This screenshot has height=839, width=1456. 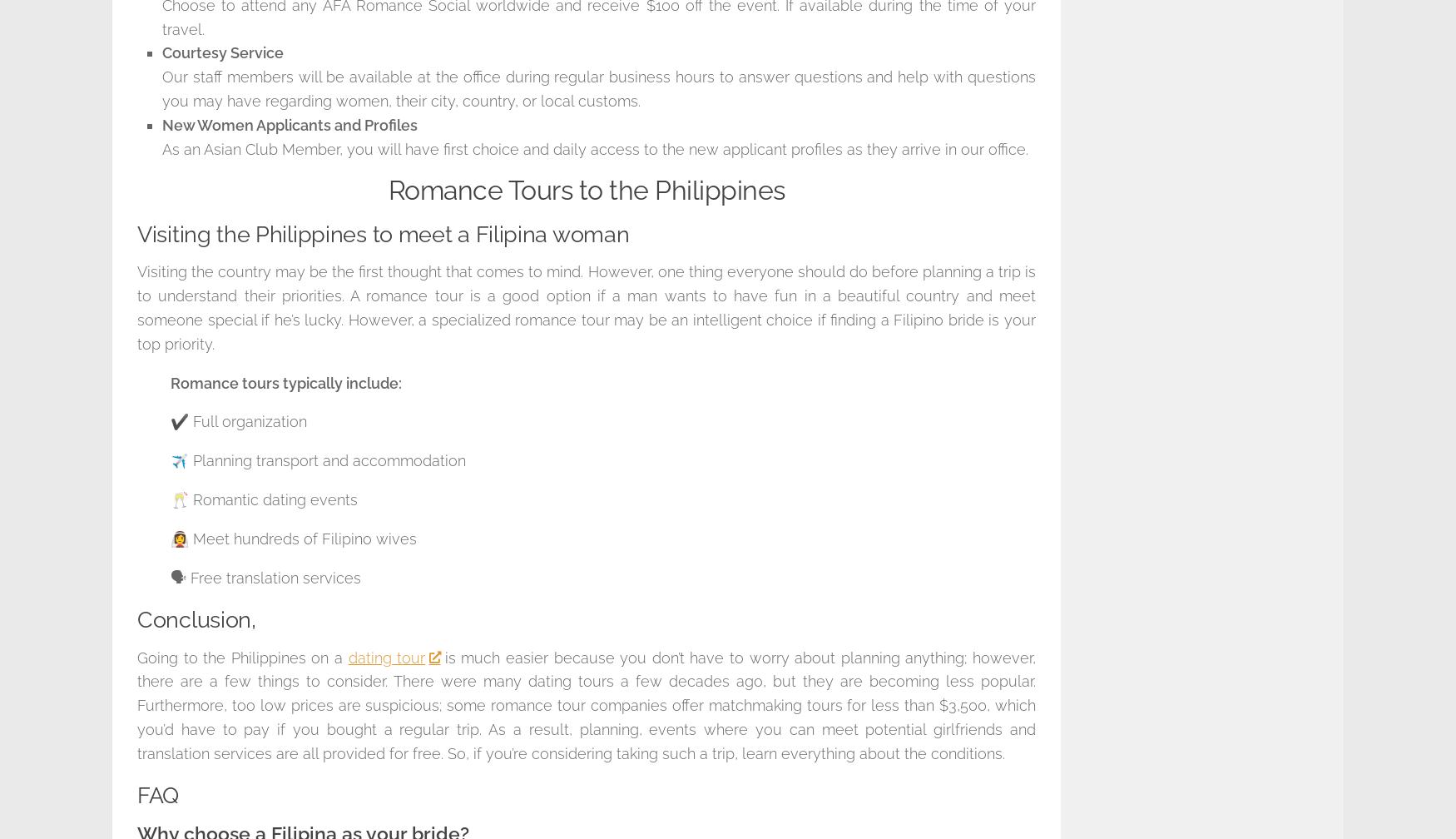 What do you see at coordinates (161, 52) in the screenshot?
I see `'Courtesy Service'` at bounding box center [161, 52].